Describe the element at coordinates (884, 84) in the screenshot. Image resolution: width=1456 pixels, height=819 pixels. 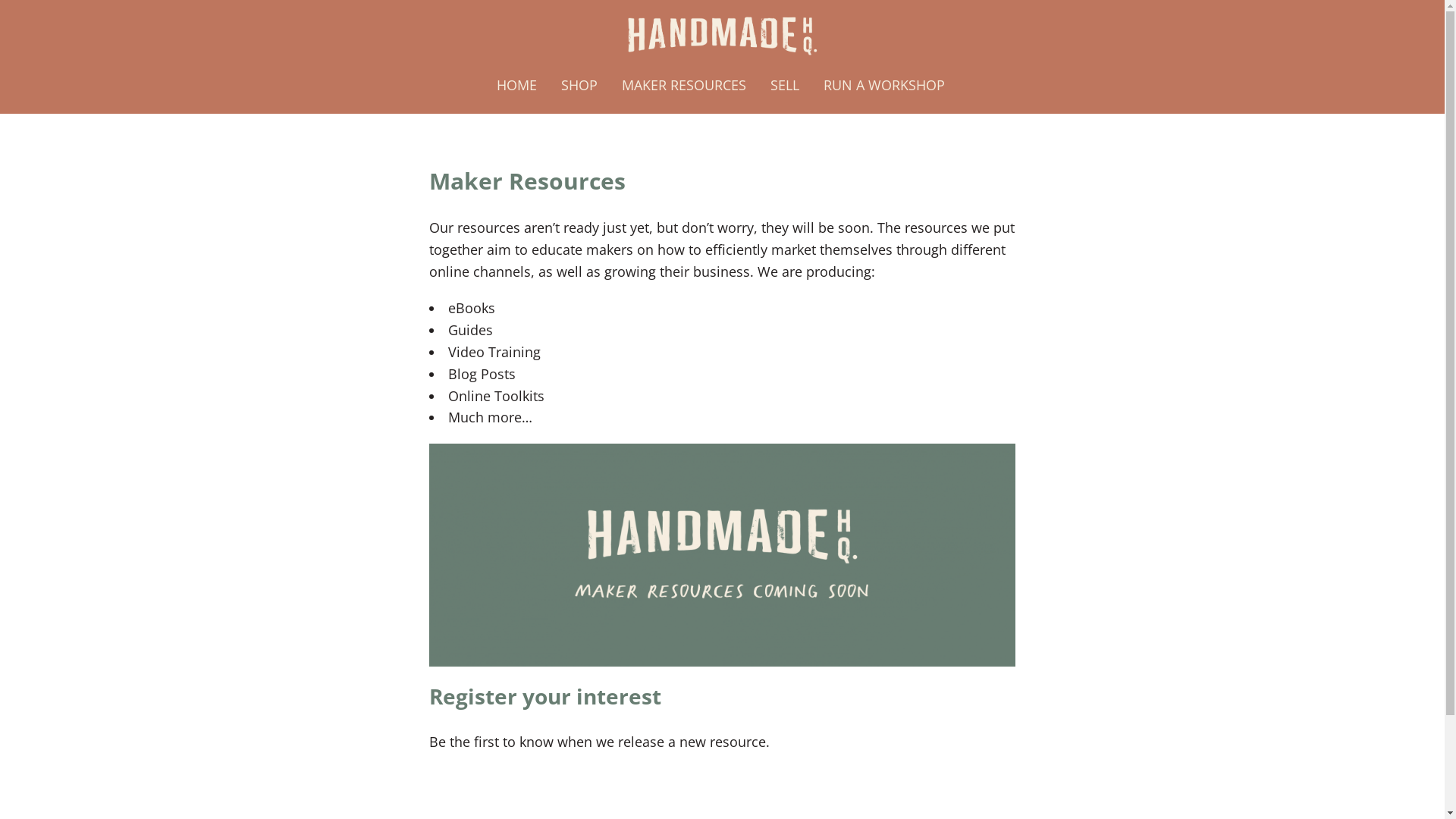
I see `'RUN A WORKSHOP'` at that location.